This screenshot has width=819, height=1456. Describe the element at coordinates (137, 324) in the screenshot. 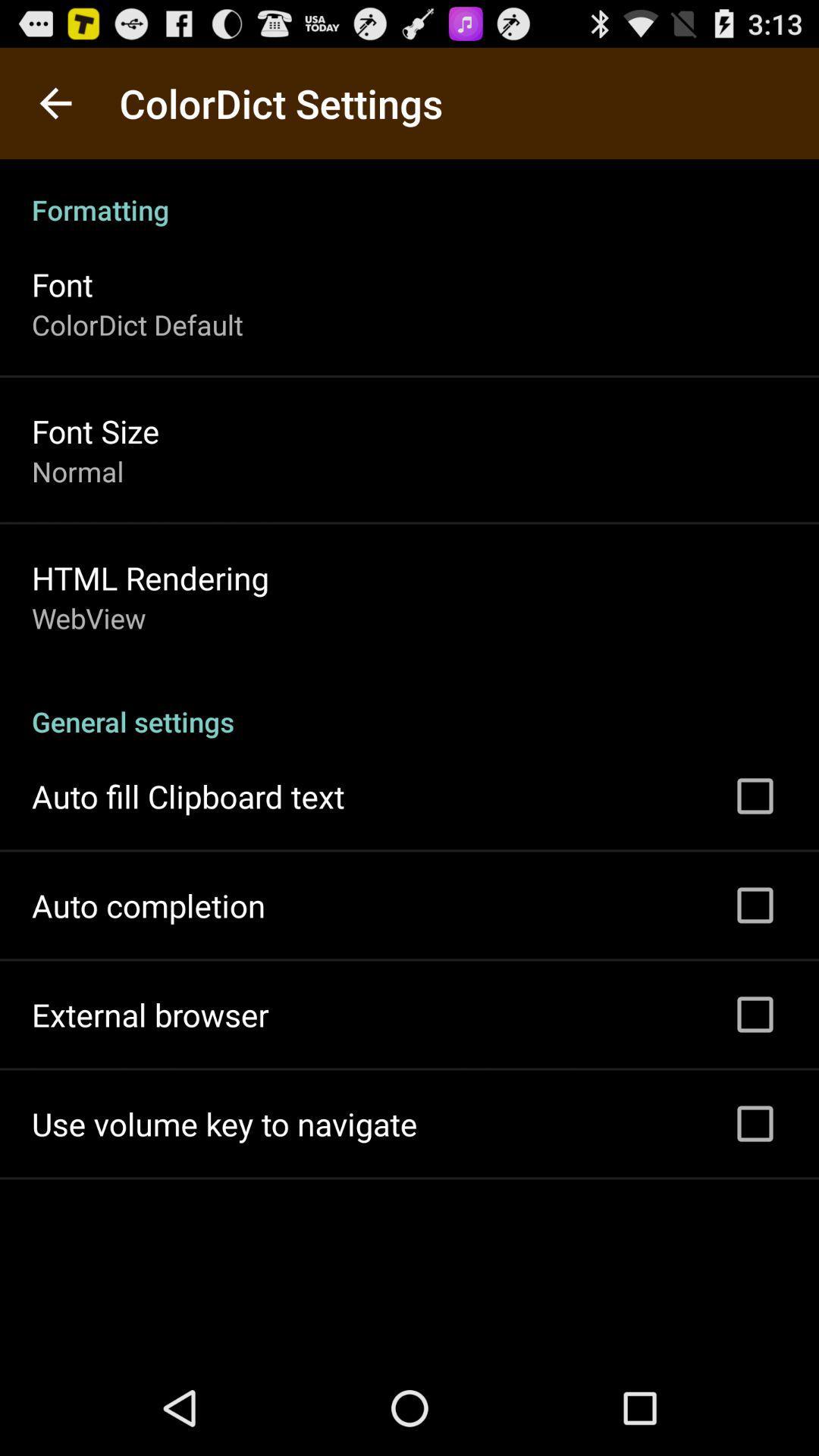

I see `the item above the font size` at that location.